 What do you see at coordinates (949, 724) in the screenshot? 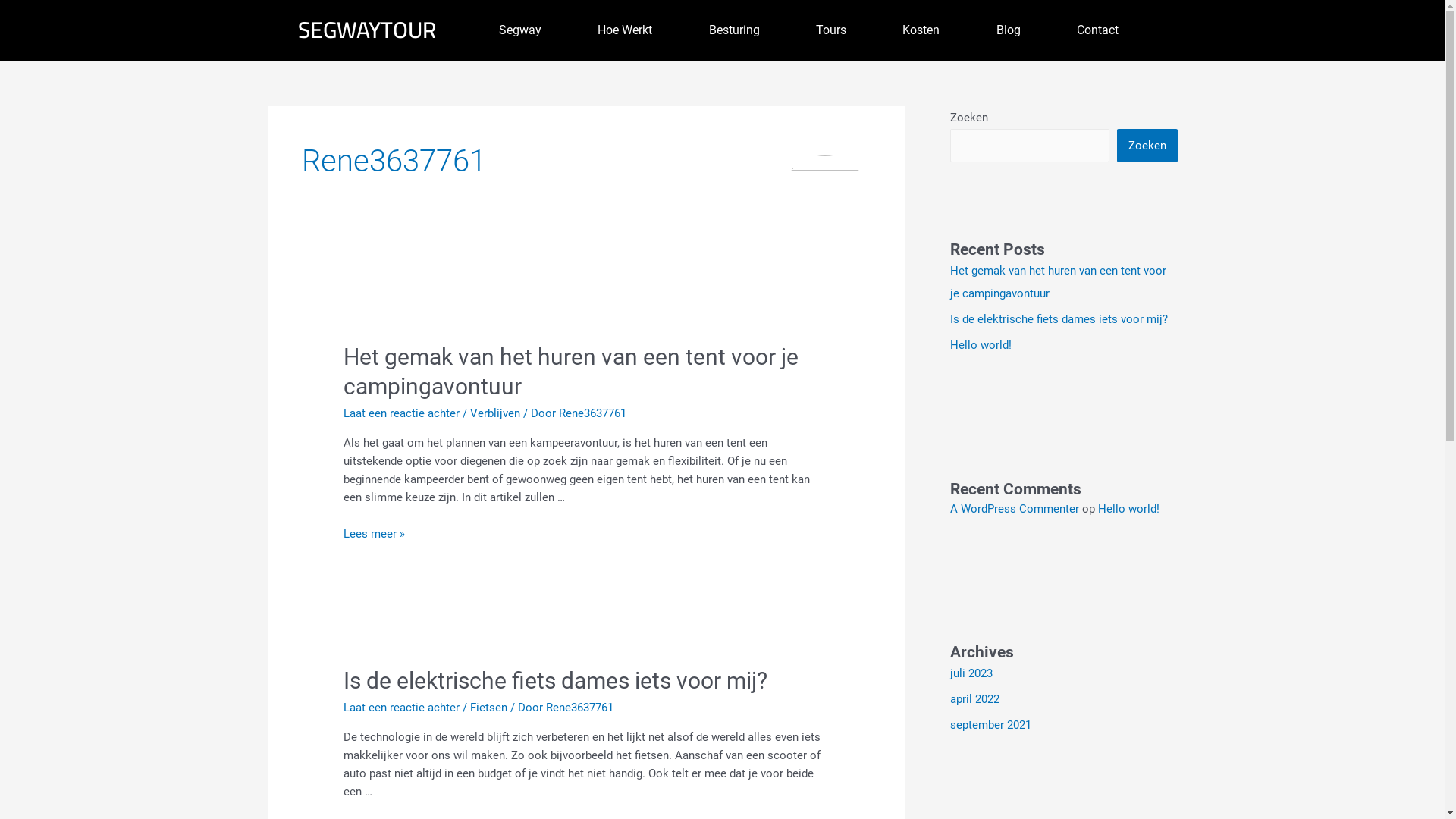
I see `'september 2021'` at bounding box center [949, 724].